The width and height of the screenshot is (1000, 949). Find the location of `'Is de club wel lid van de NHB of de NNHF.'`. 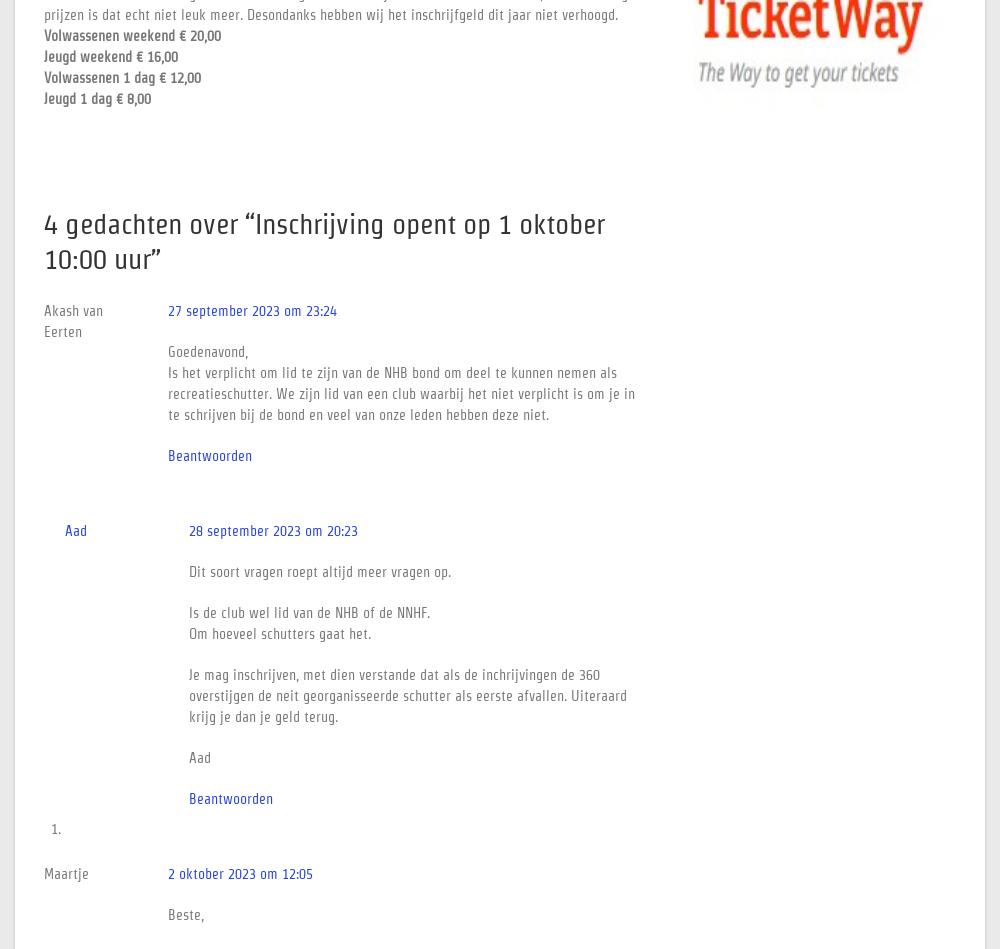

'Is de club wel lid van de NHB of de NNHF.' is located at coordinates (309, 611).